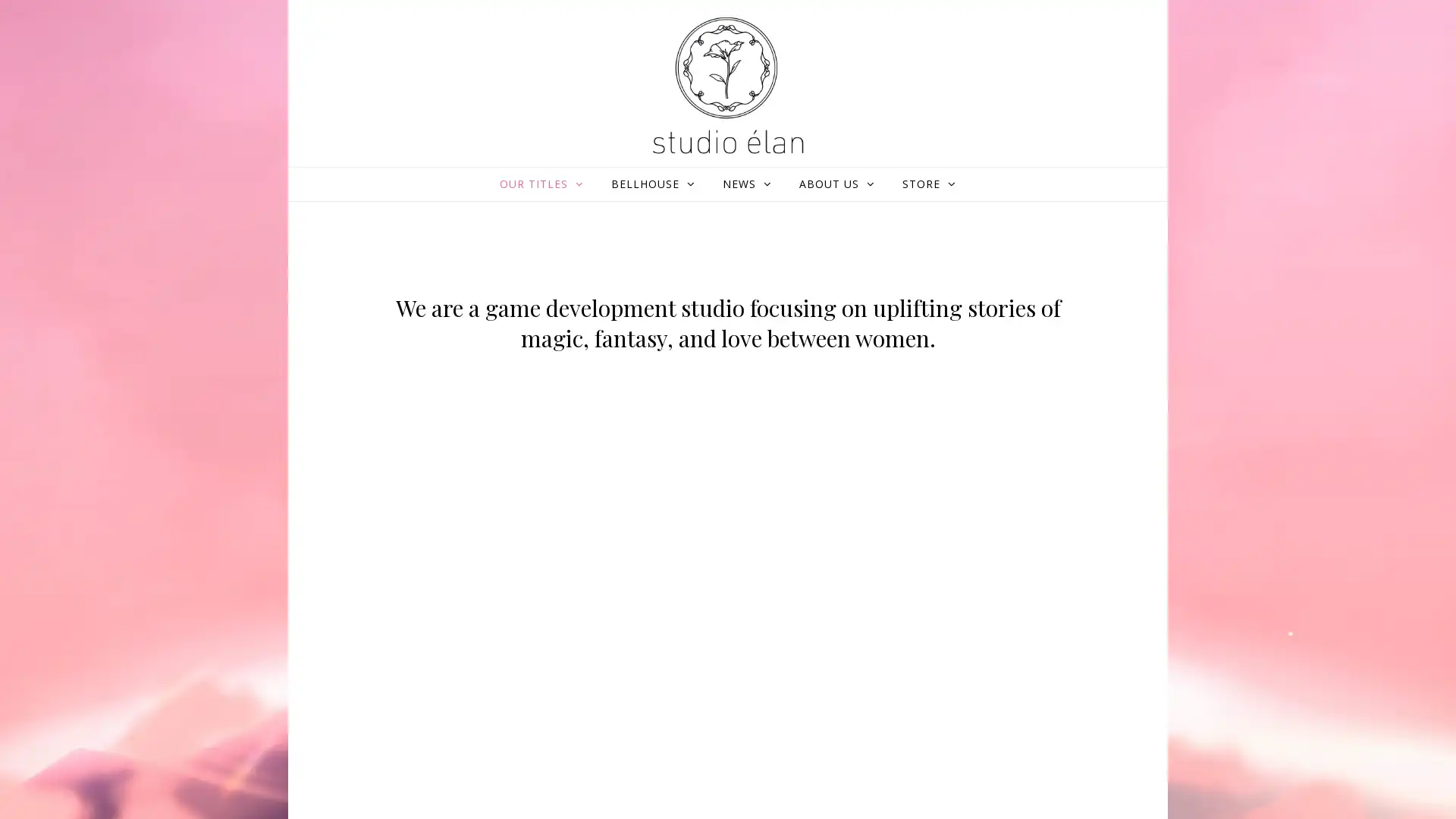 The height and width of the screenshot is (819, 1456). Describe the element at coordinates (1057, 458) in the screenshot. I see `Our Newsletter` at that location.